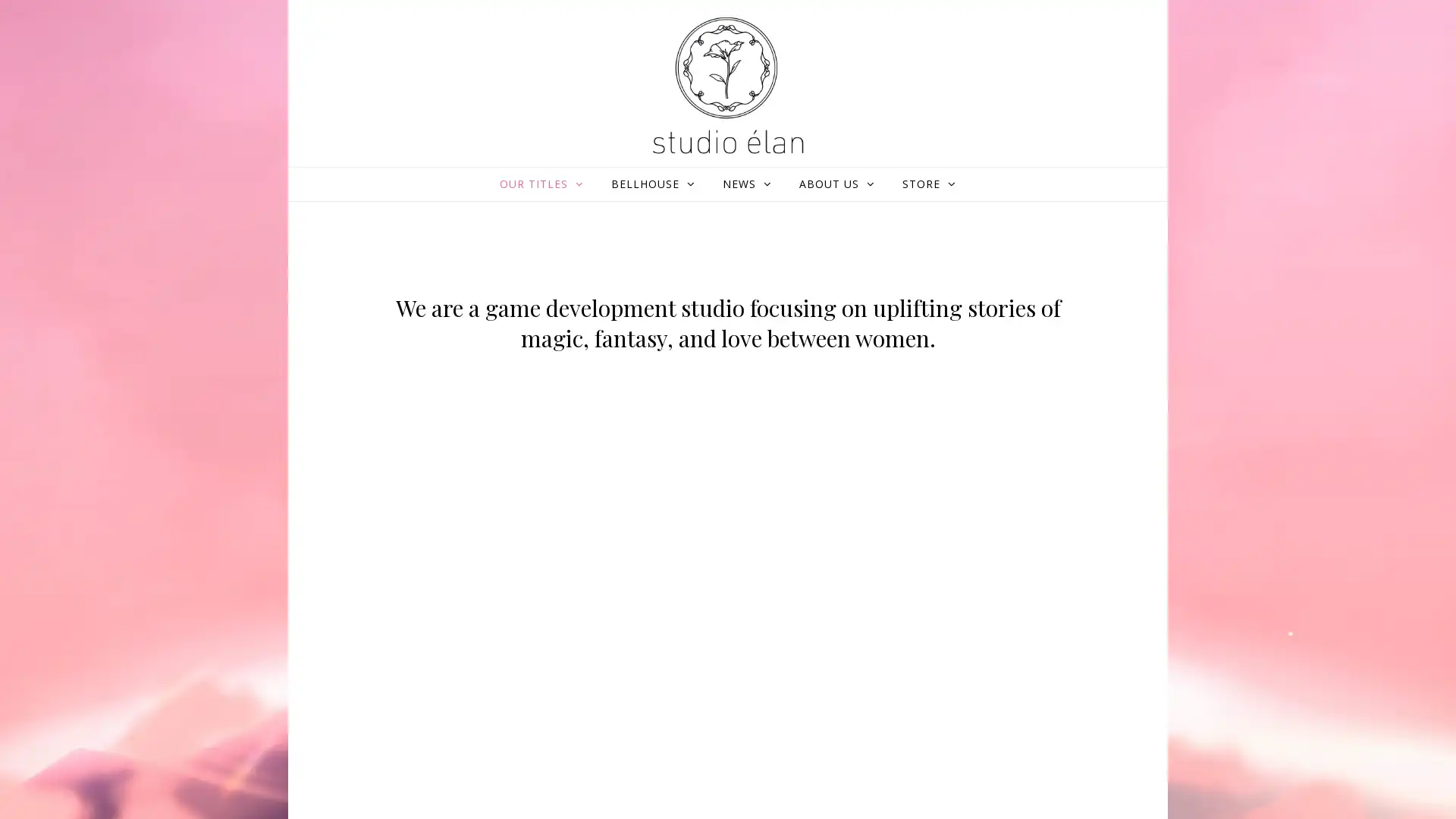 The height and width of the screenshot is (819, 1456). Describe the element at coordinates (1057, 458) in the screenshot. I see `Our Newsletter` at that location.